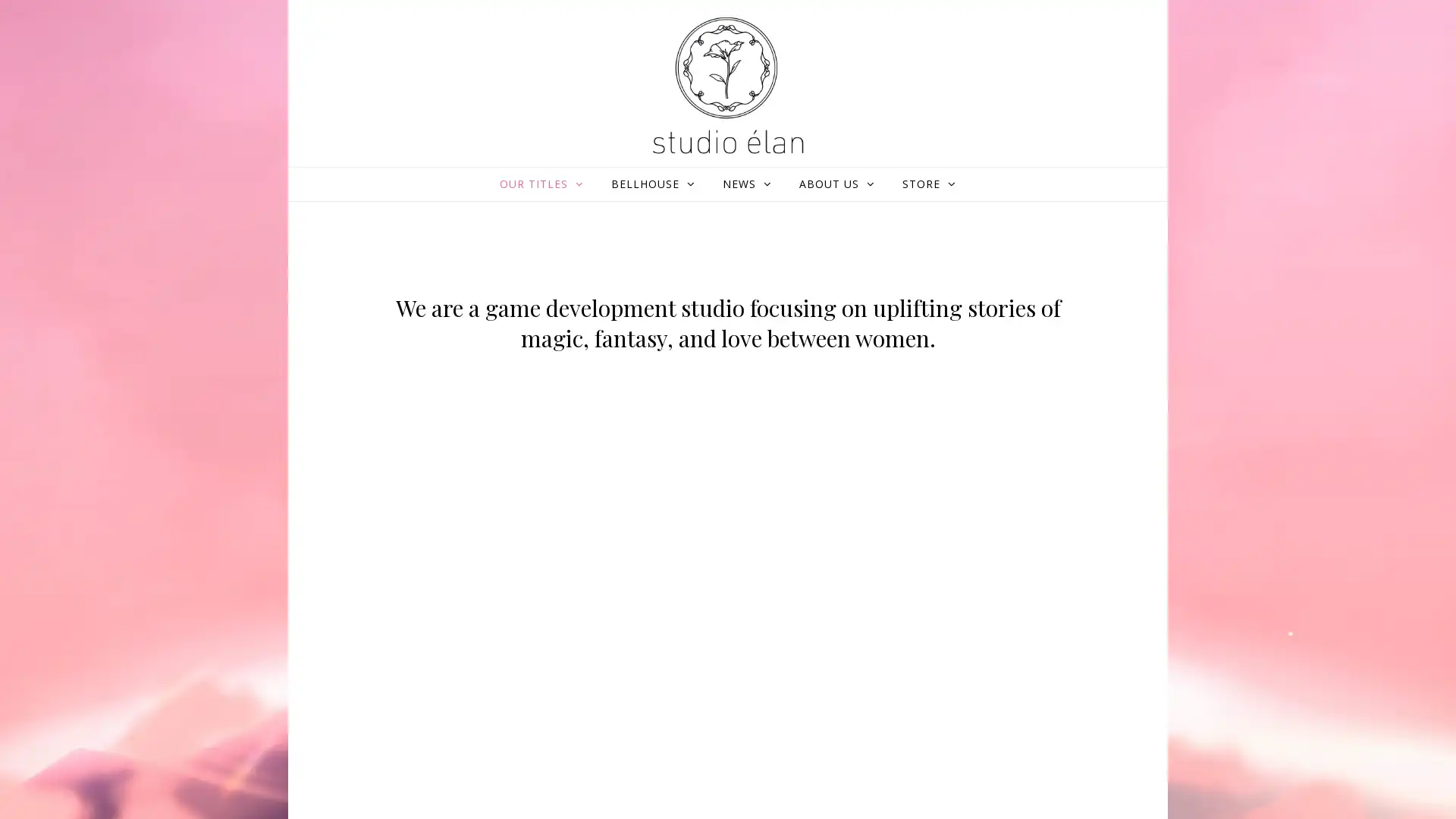 The height and width of the screenshot is (819, 1456). Describe the element at coordinates (1057, 458) in the screenshot. I see `Our Newsletter` at that location.